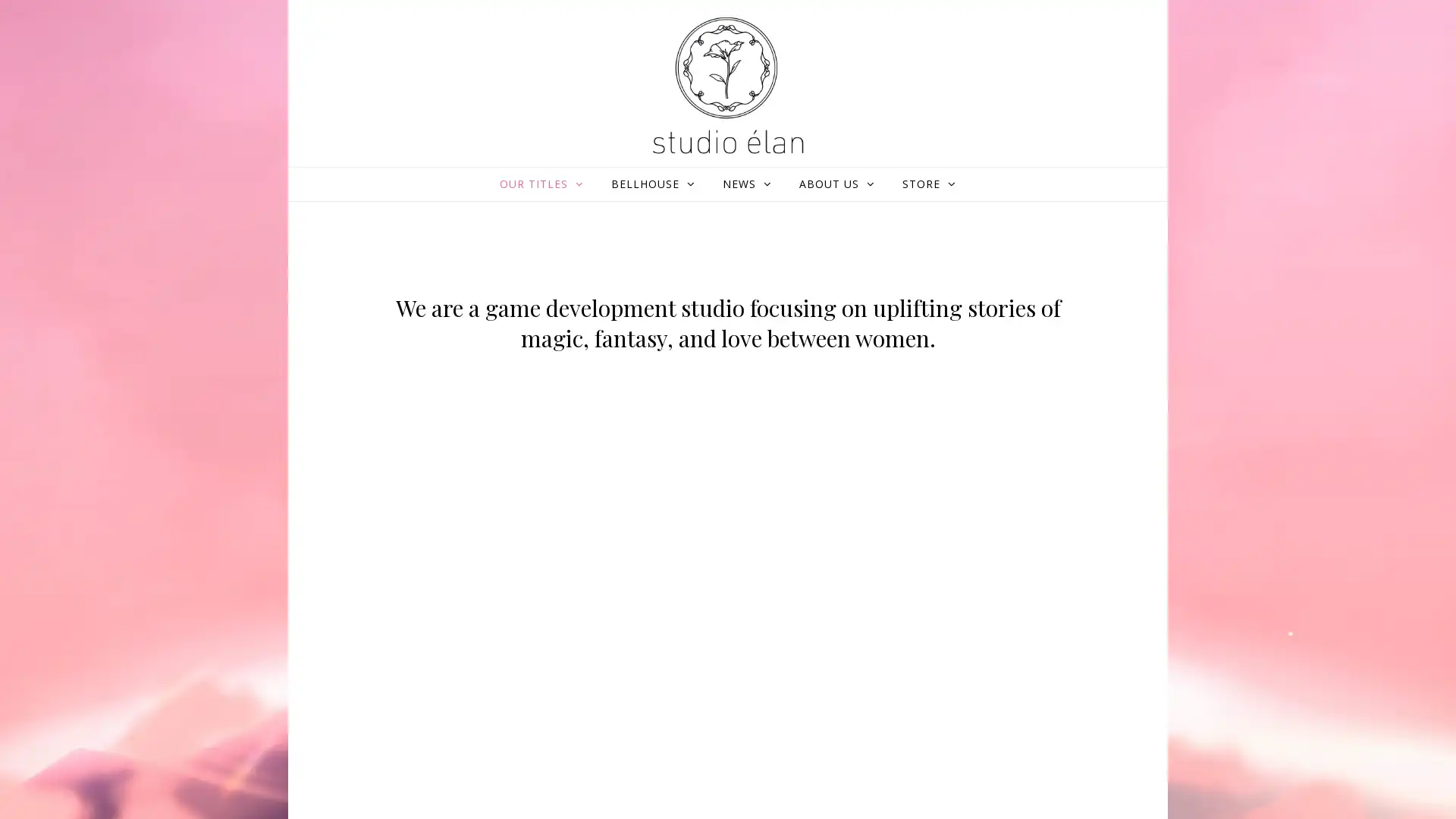 The height and width of the screenshot is (819, 1456). Describe the element at coordinates (1057, 458) in the screenshot. I see `Our Newsletter` at that location.